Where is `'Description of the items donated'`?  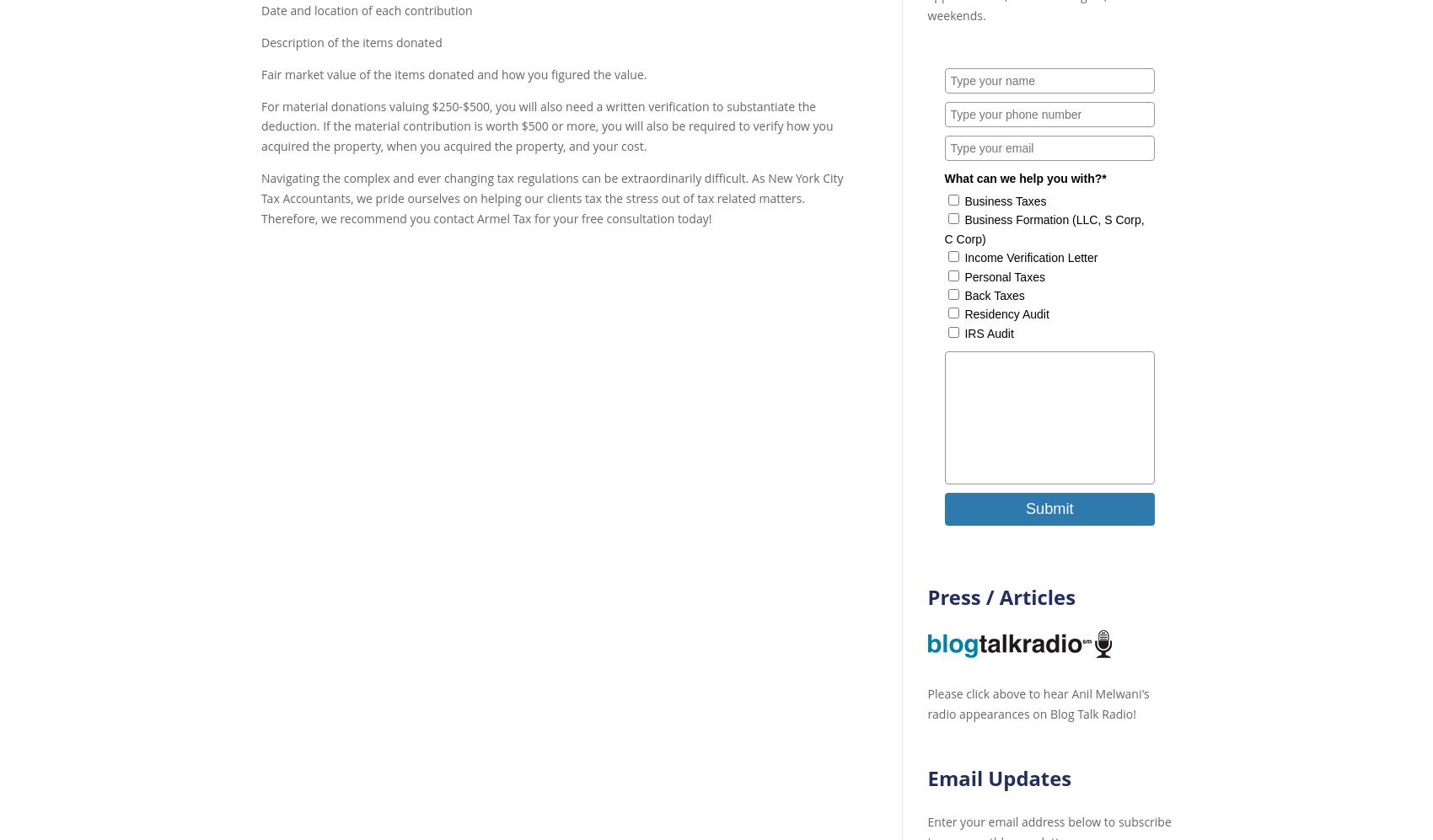
'Description of the items donated' is located at coordinates (351, 40).